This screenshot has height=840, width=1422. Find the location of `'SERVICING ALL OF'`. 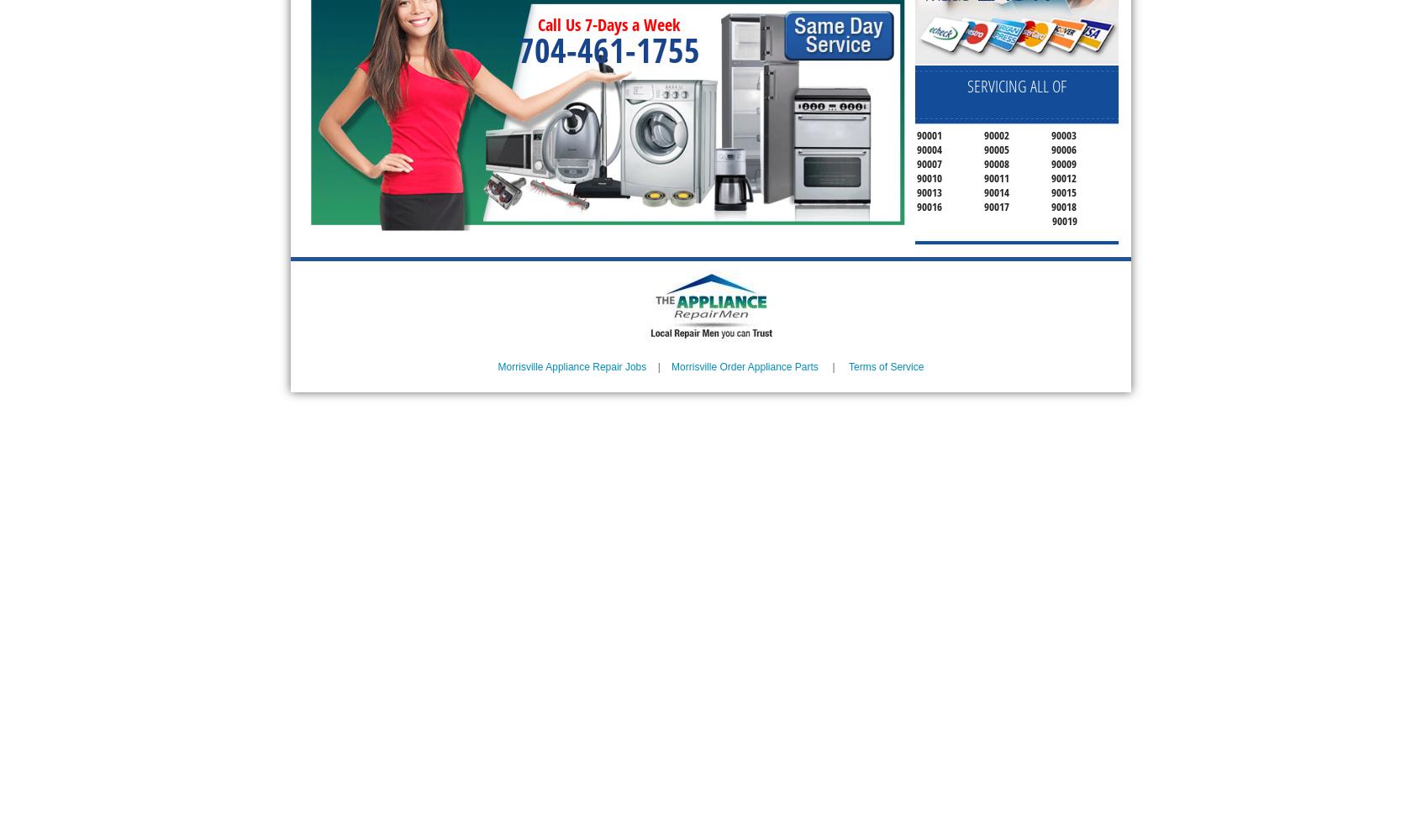

'SERVICING ALL OF' is located at coordinates (966, 84).